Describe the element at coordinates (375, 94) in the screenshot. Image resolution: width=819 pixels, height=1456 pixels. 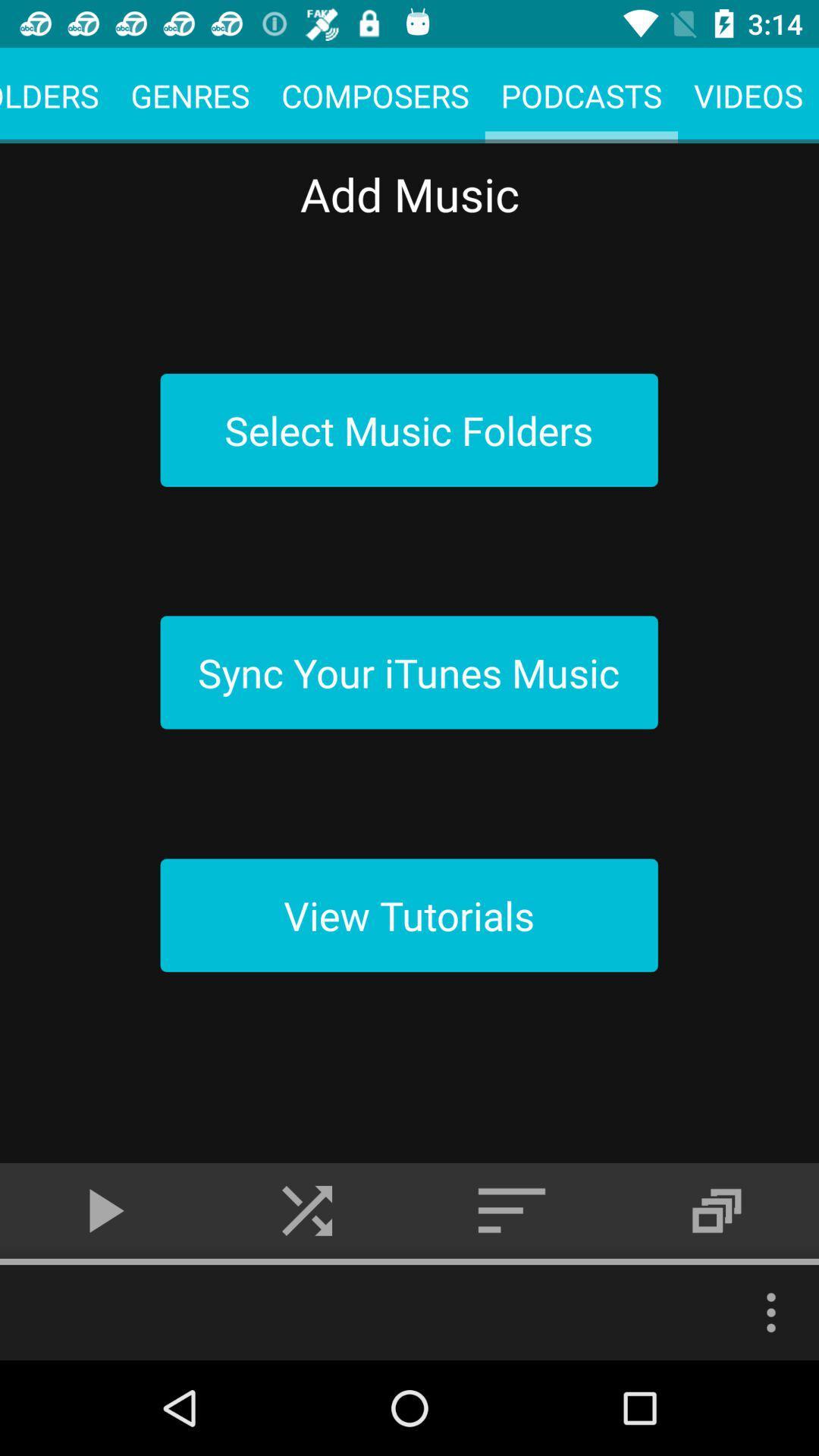
I see `the composers button beside genres` at that location.